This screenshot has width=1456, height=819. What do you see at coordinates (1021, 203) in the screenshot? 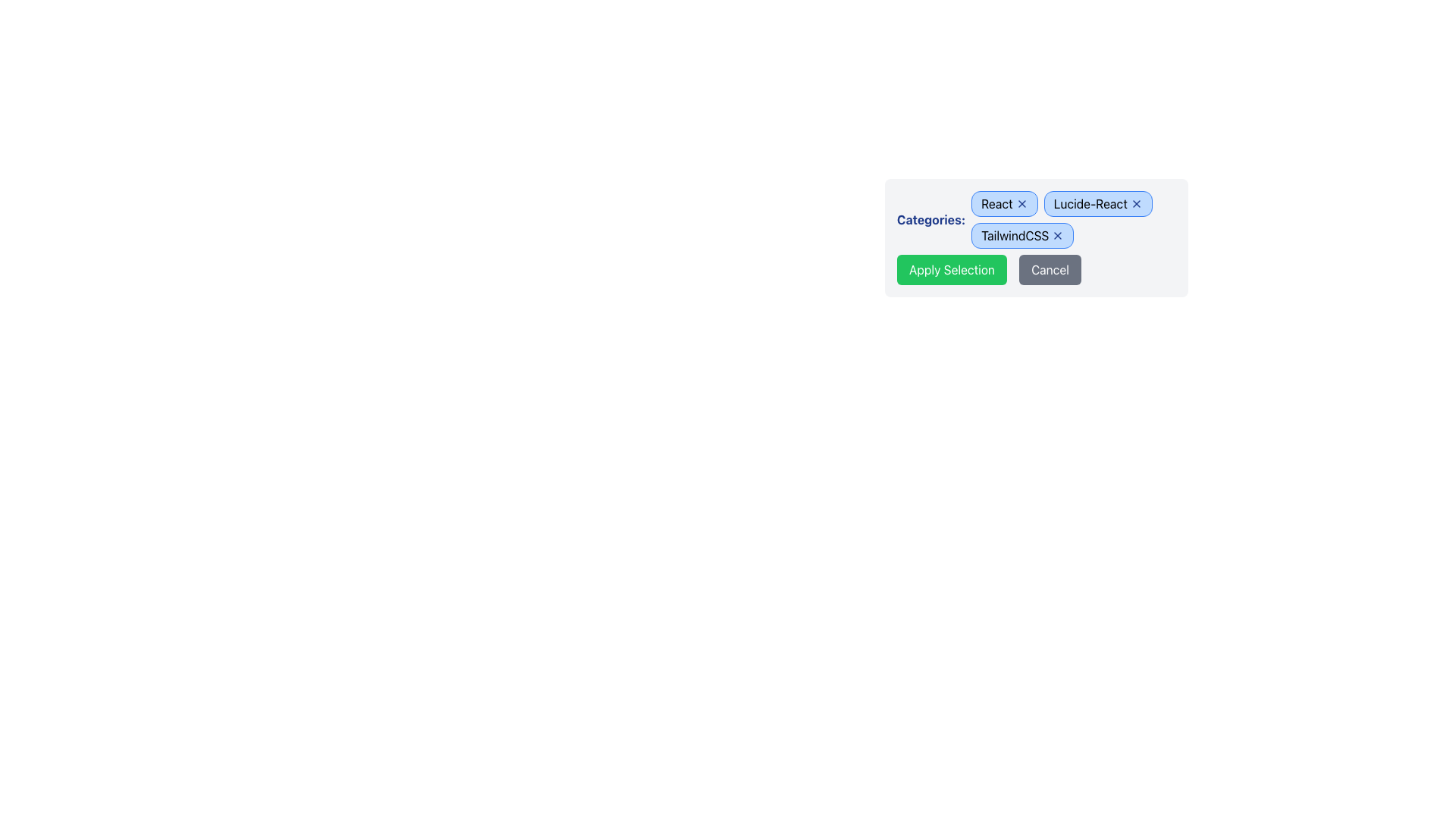
I see `the close button for the 'React' category` at bounding box center [1021, 203].